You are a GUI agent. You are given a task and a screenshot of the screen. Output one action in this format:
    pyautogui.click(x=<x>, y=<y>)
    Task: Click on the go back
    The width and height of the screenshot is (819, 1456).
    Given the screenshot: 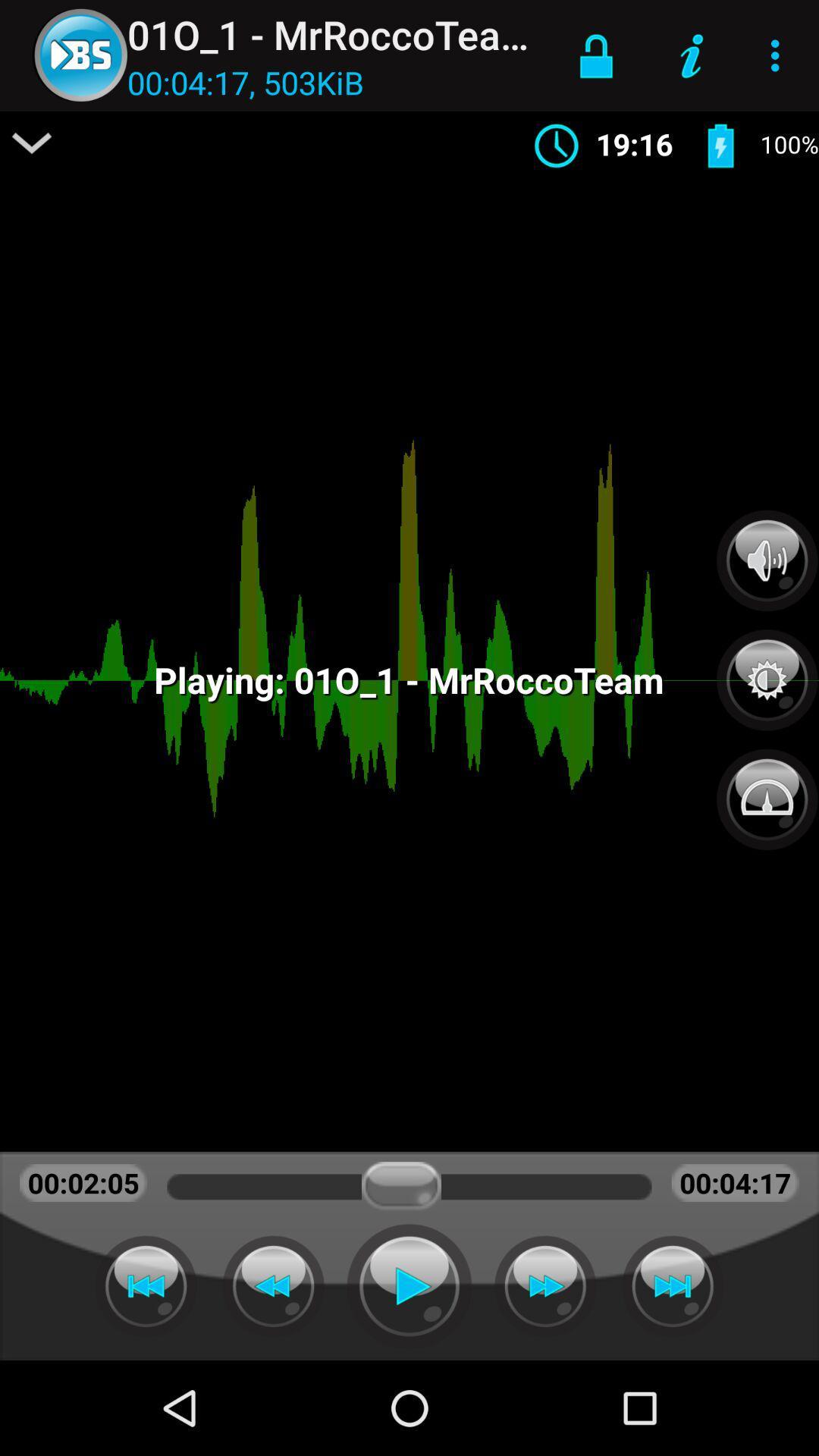 What is the action you would take?
    pyautogui.click(x=273, y=1285)
    